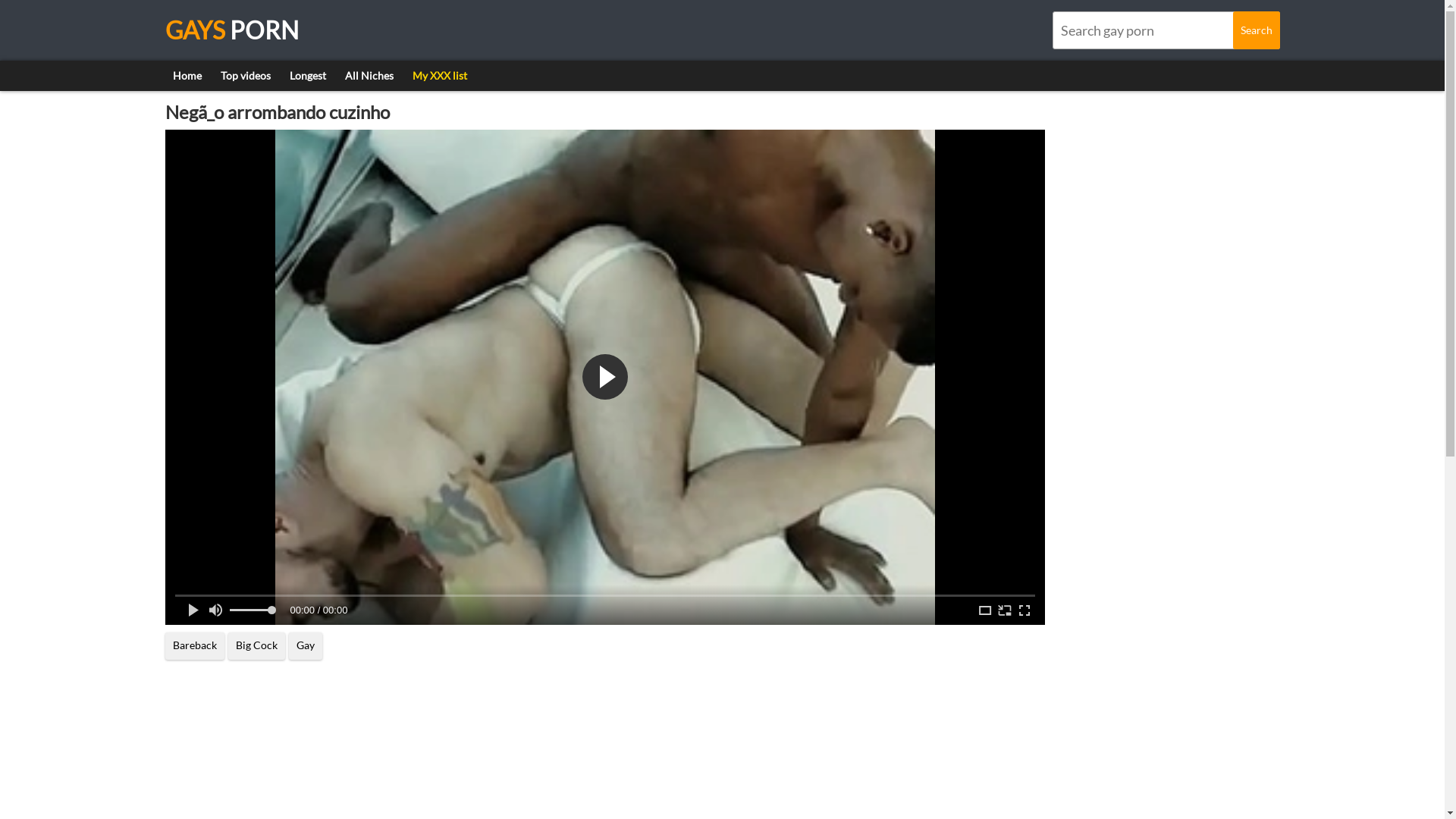 The width and height of the screenshot is (1456, 819). I want to click on 'Bareback', so click(194, 646).